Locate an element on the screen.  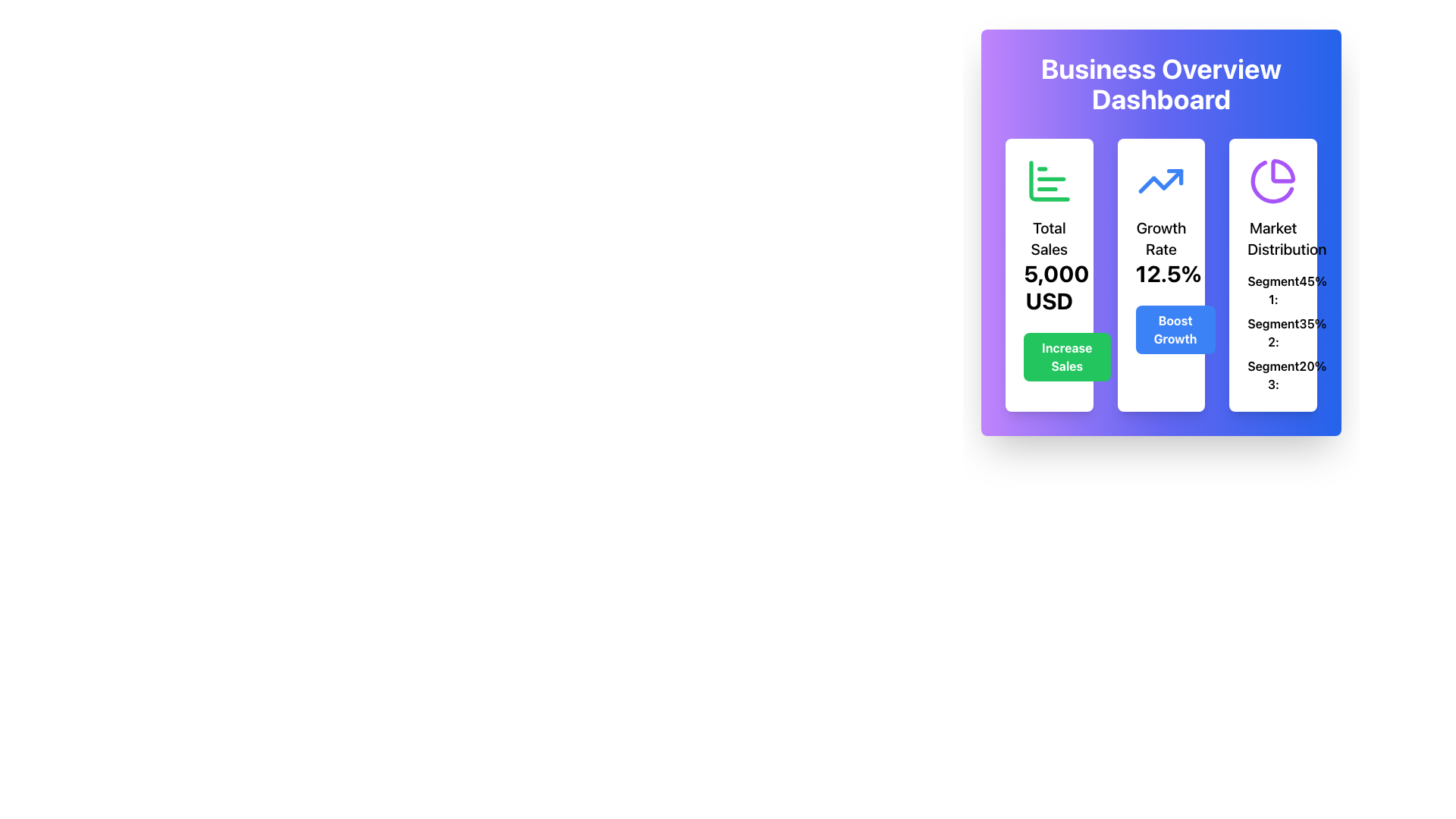
text label displaying '20%' in bold black font located under 'Segment 3:' within the 'Market Distribution' section of the dashboard is located at coordinates (1312, 375).